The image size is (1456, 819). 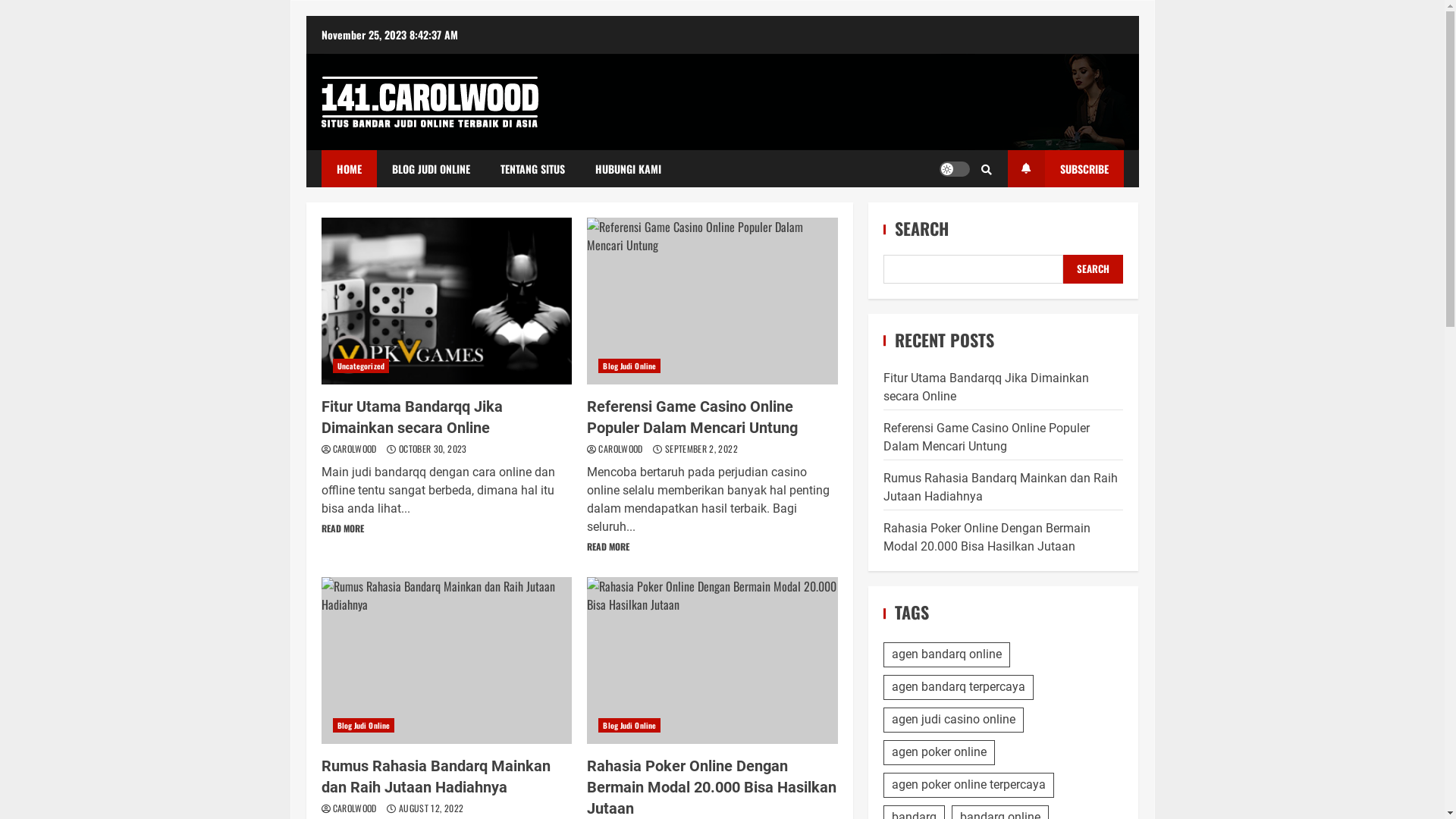 What do you see at coordinates (968, 785) in the screenshot?
I see `'agen poker online terpercaya'` at bounding box center [968, 785].